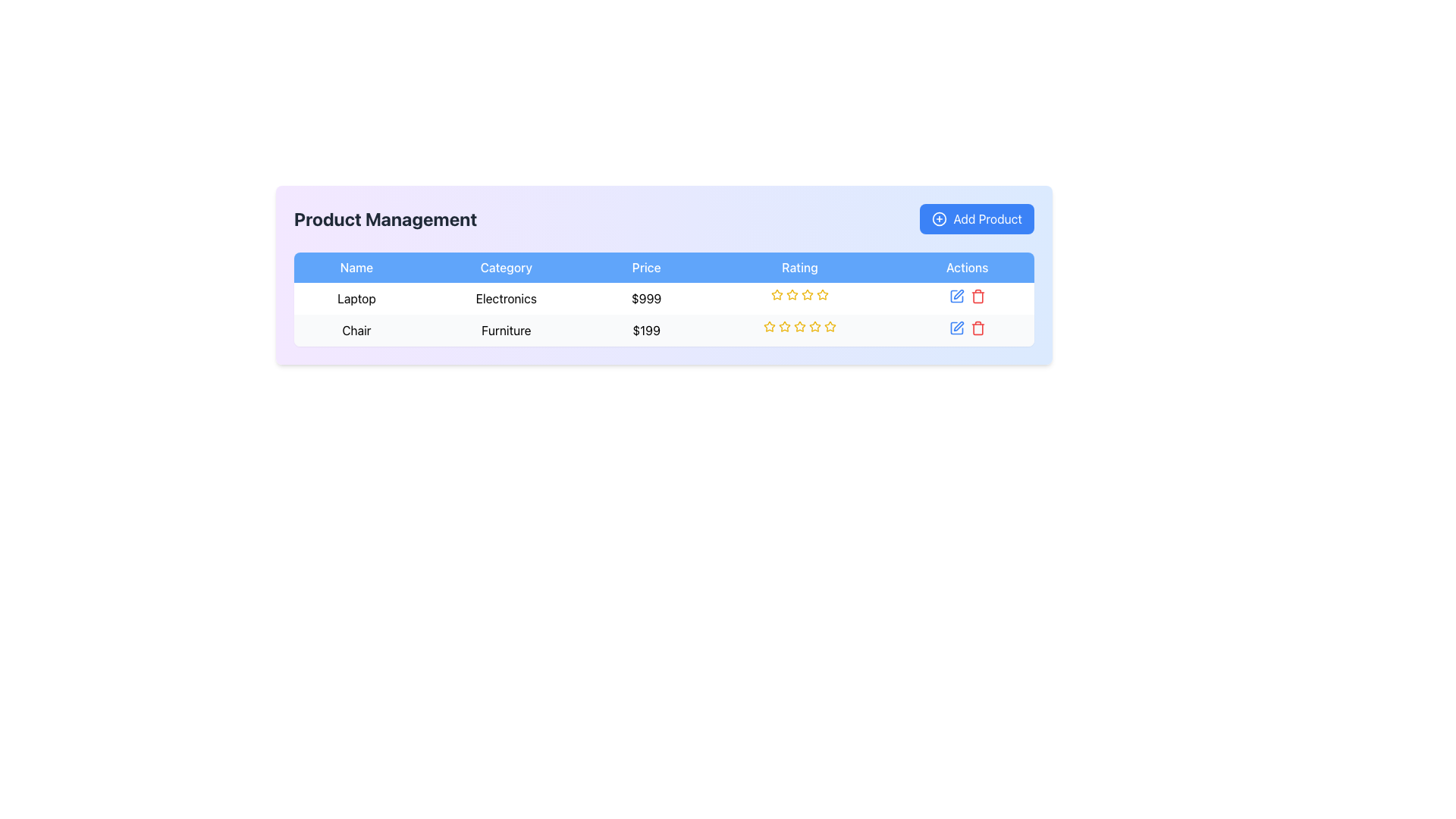 This screenshot has width=1456, height=819. I want to click on the static text label displaying 'Chair' located in the second row and first column of the 'Product Management' table, so click(356, 329).